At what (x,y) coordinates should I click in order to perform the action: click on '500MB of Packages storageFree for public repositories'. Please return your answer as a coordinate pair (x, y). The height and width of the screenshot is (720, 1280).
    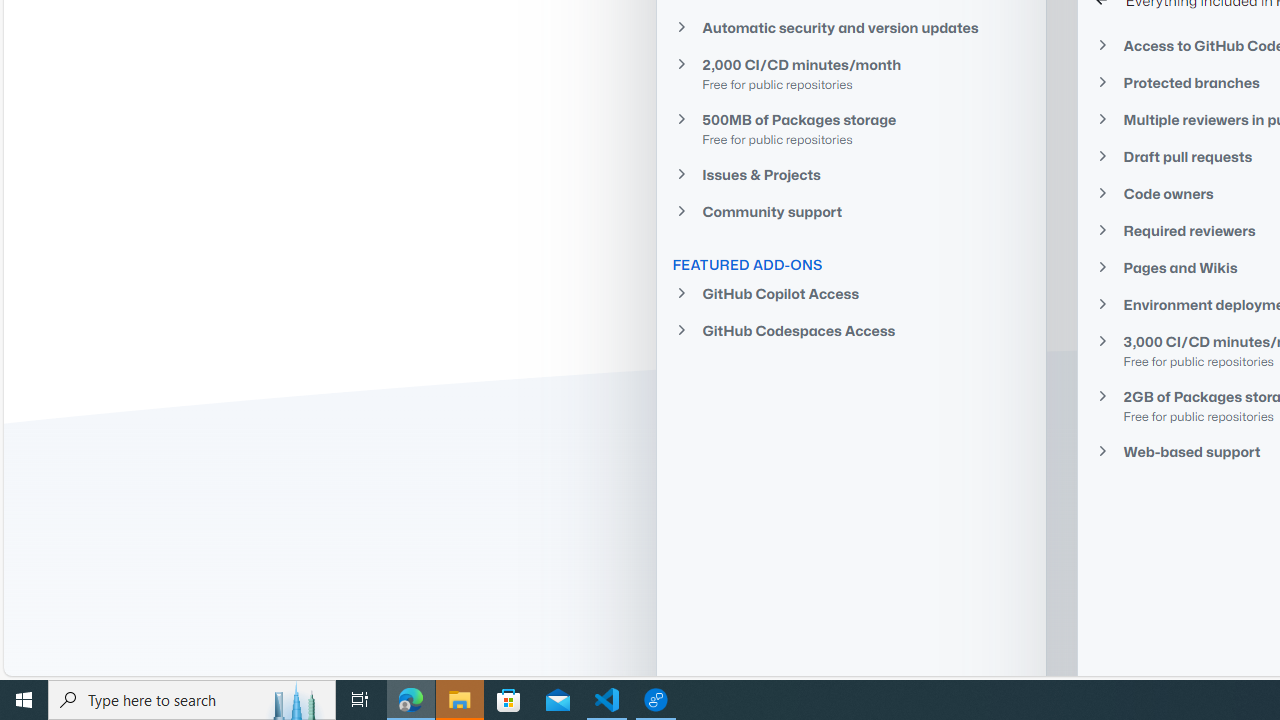
    Looking at the image, I should click on (851, 128).